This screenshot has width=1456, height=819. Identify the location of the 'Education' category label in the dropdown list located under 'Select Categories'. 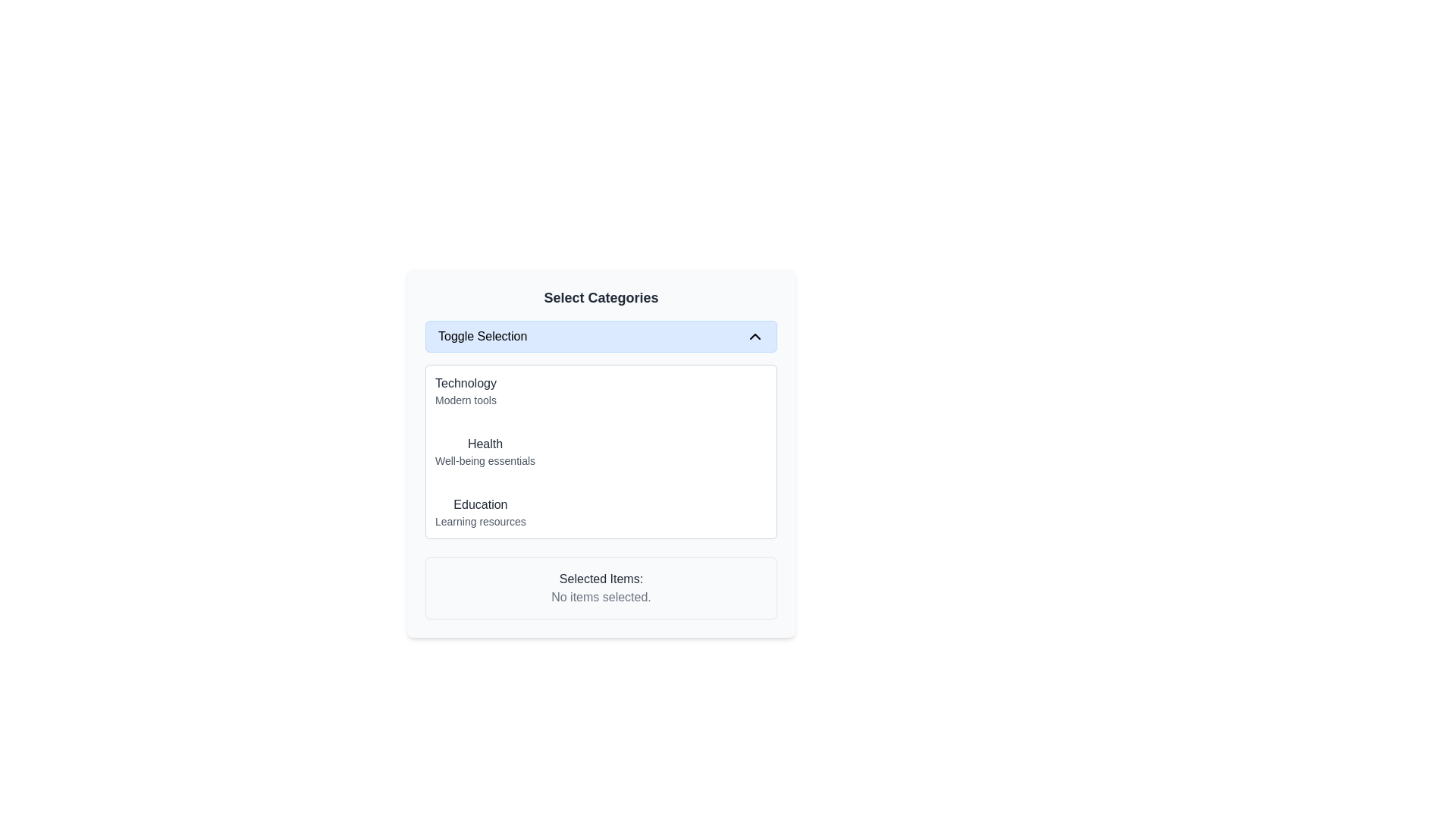
(479, 505).